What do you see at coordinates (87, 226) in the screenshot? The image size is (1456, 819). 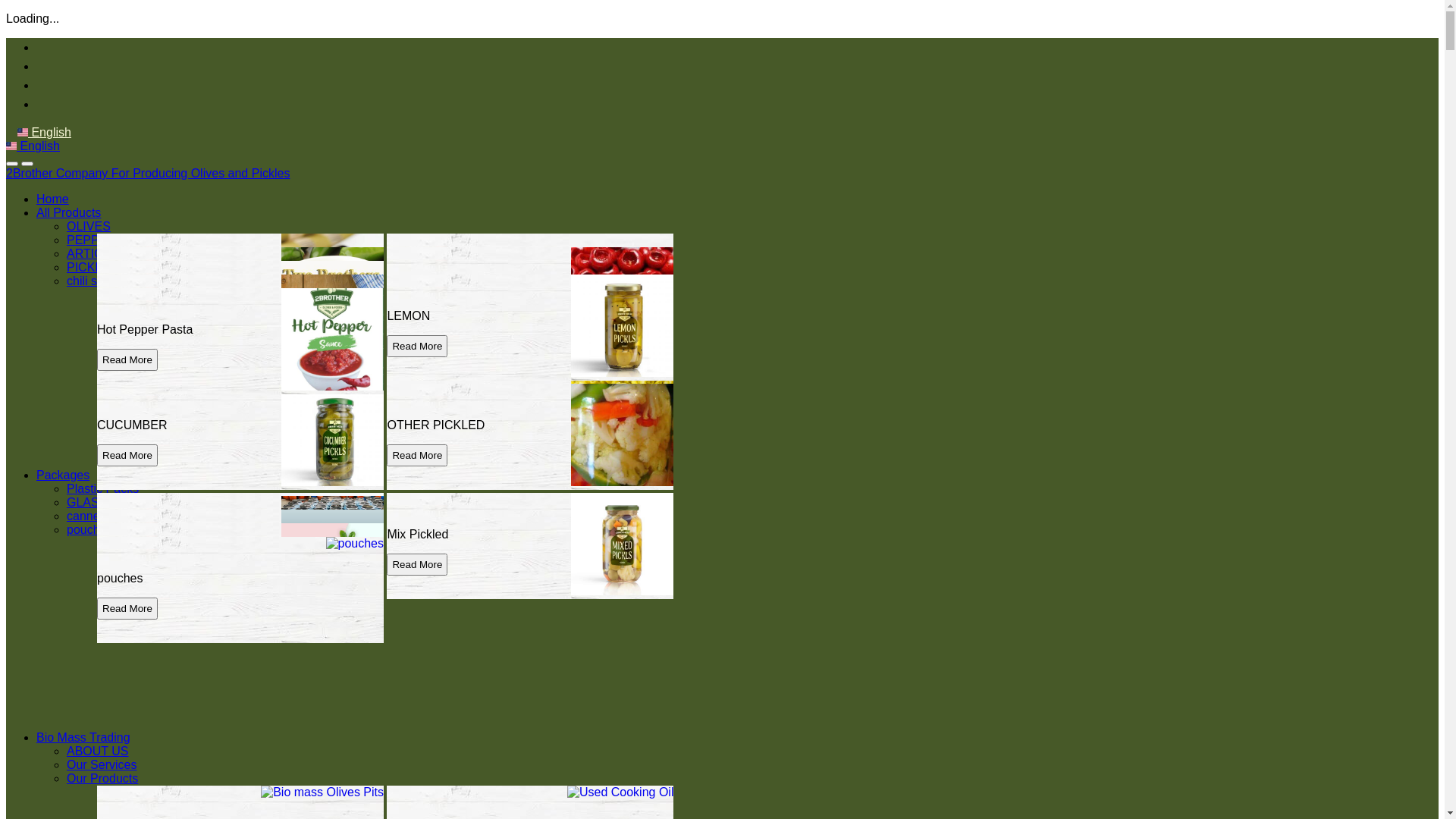 I see `'OLIVES'` at bounding box center [87, 226].